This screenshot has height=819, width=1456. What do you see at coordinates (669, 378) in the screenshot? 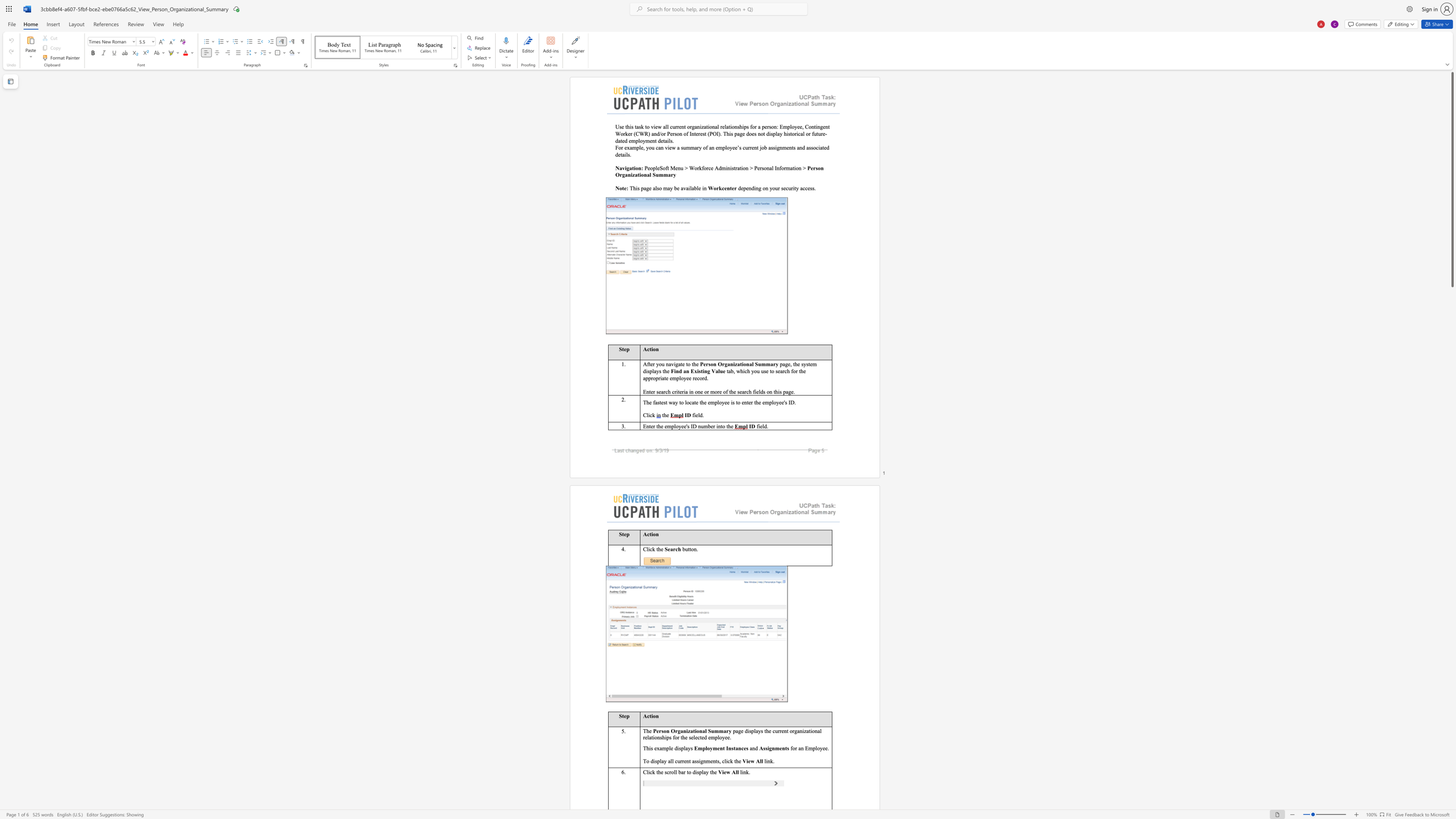
I see `the subset text "emp" within the text "appropriate employee"` at bounding box center [669, 378].